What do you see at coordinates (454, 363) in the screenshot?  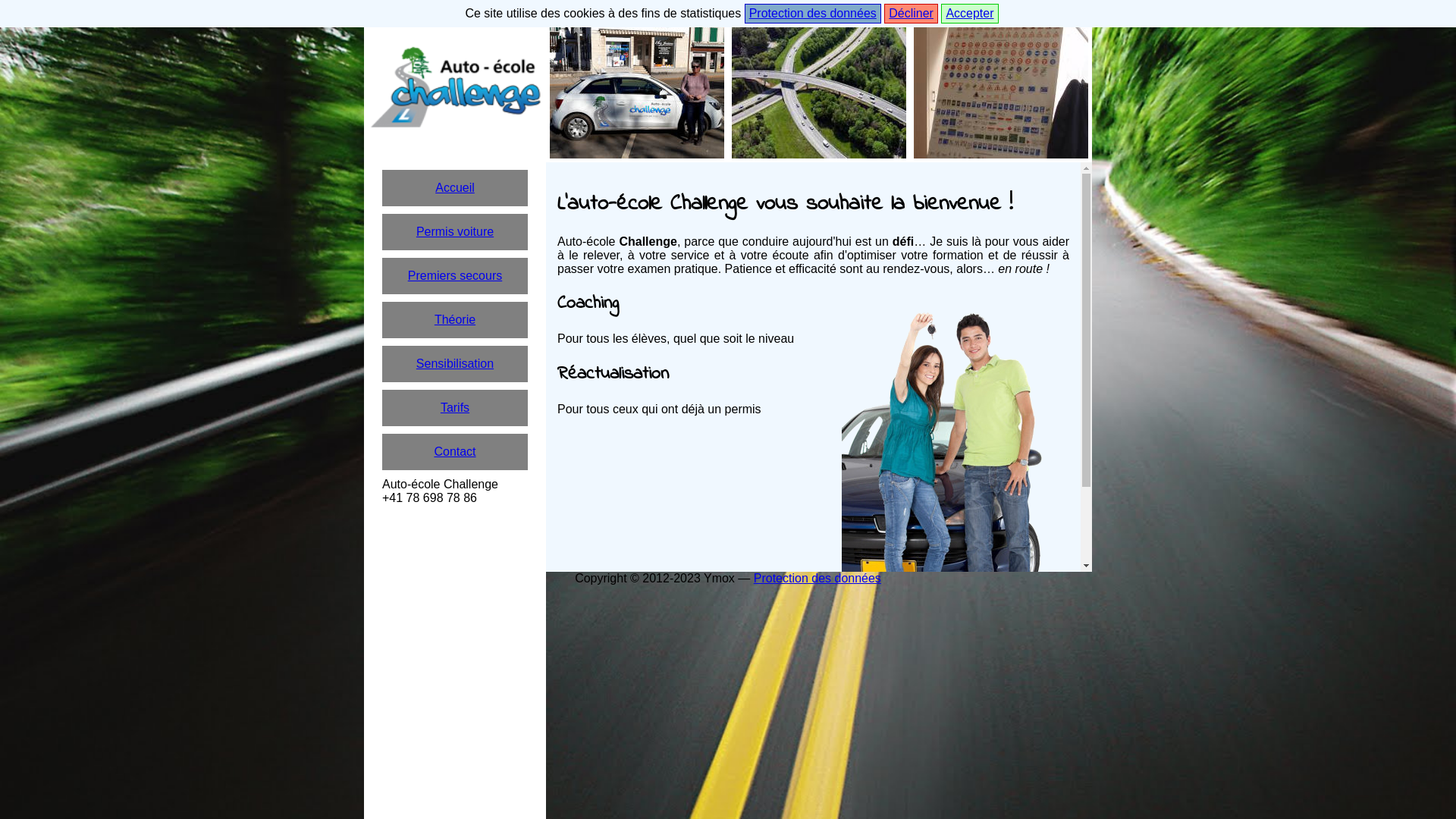 I see `'Sensibilisation'` at bounding box center [454, 363].